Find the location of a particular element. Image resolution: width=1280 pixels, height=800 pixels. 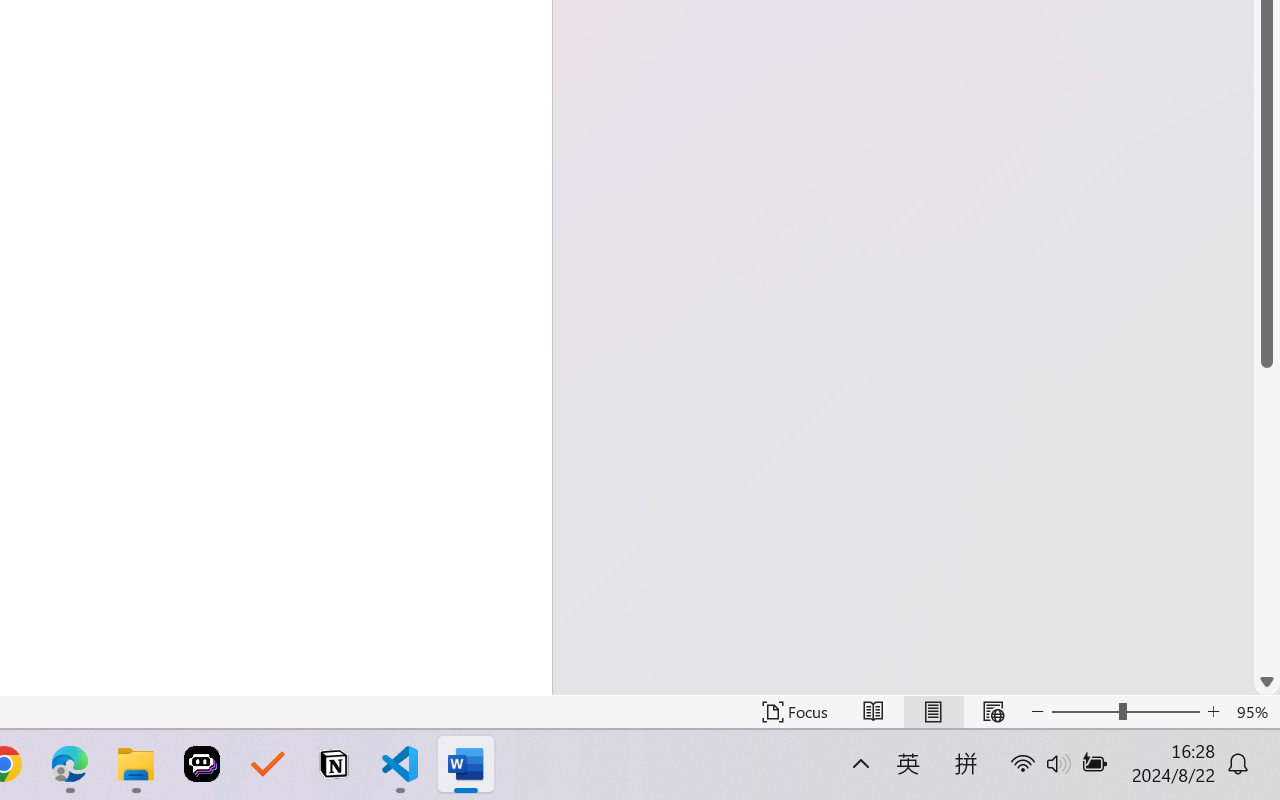

'Zoom 95%' is located at coordinates (1252, 711).